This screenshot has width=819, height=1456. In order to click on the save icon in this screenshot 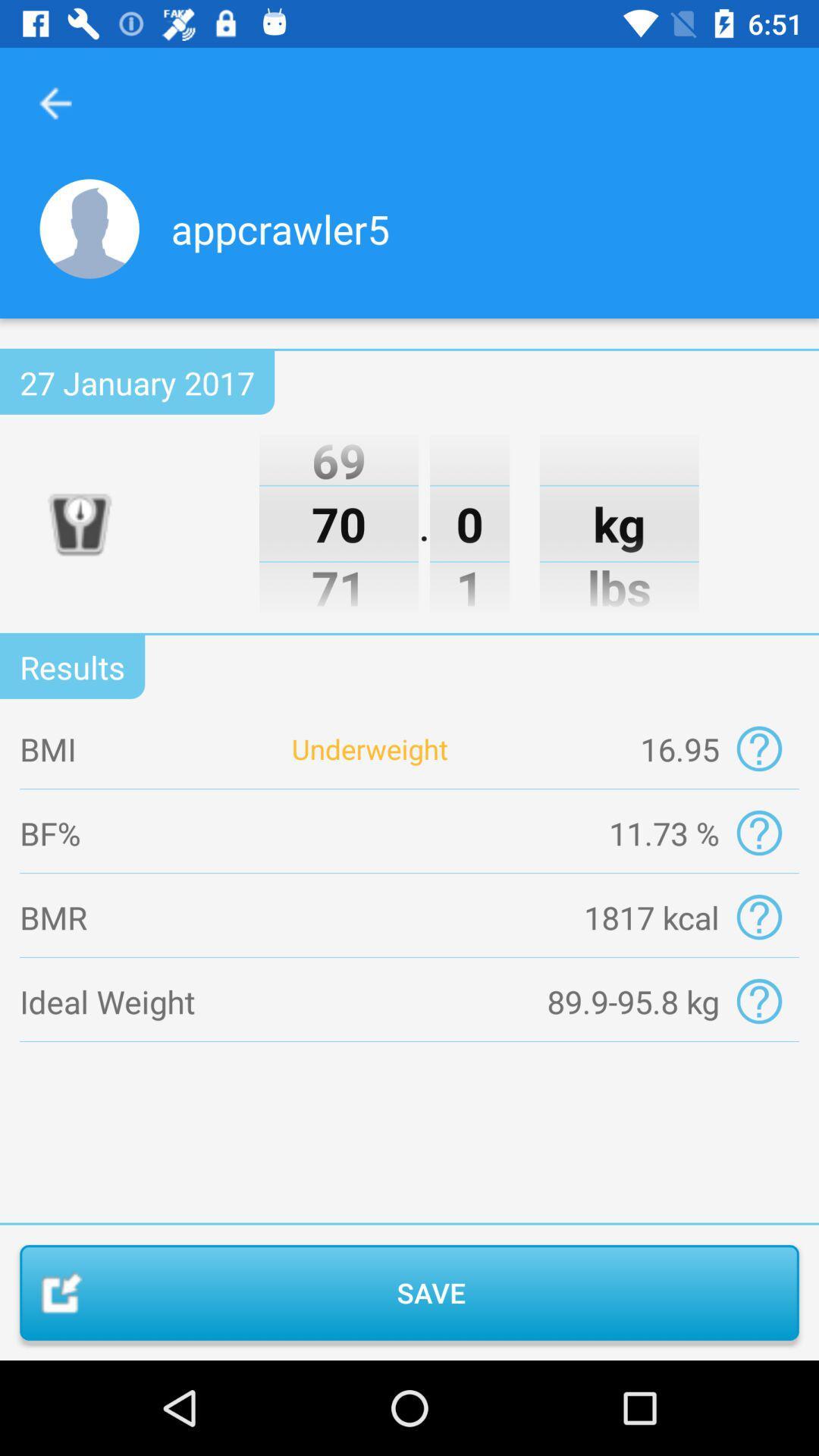, I will do `click(409, 1291)`.